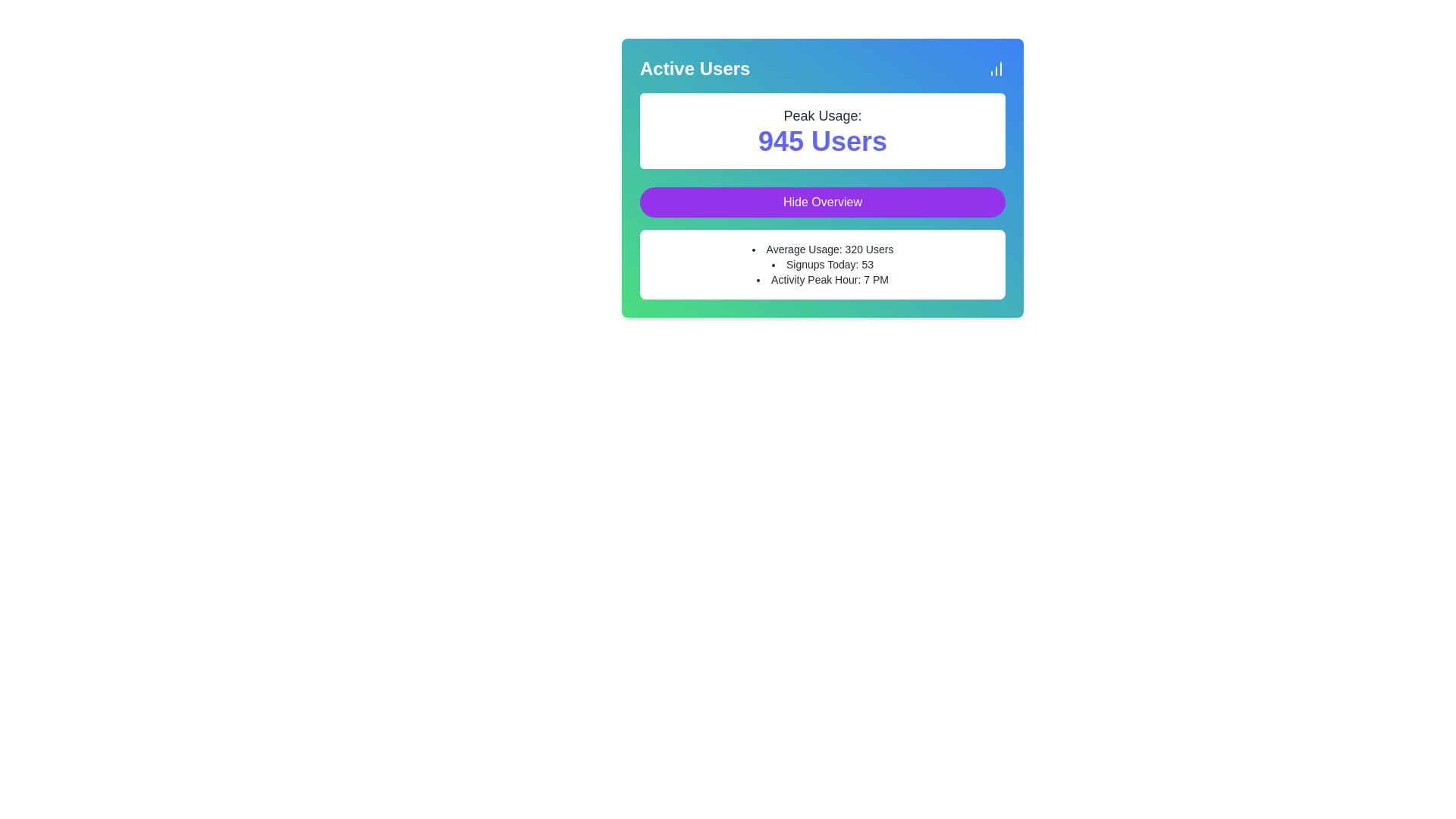  What do you see at coordinates (821, 201) in the screenshot?
I see `the 'Hide Overview' text label inside the purple button` at bounding box center [821, 201].